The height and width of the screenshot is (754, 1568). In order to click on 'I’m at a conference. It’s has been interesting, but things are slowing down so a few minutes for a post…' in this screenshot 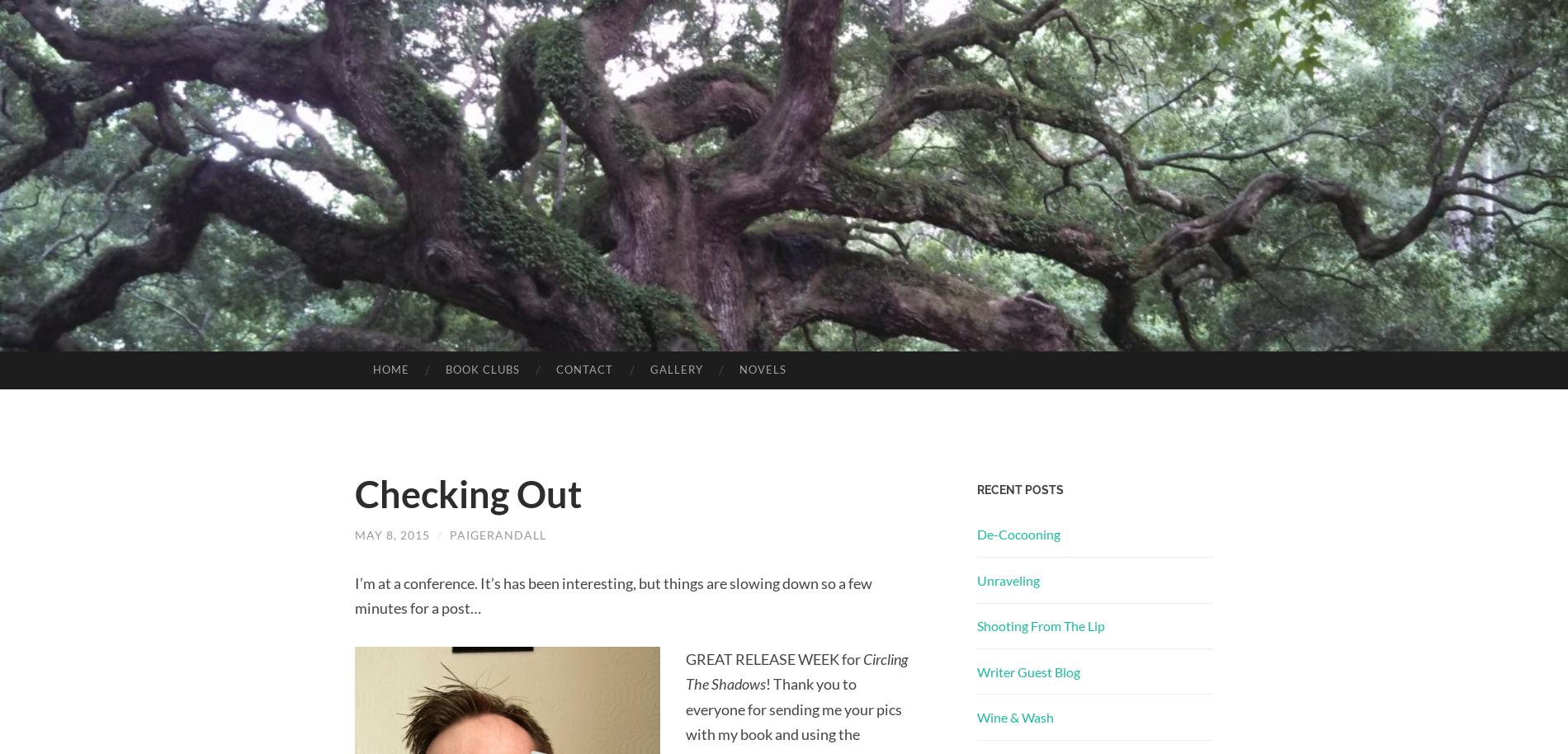, I will do `click(612, 594)`.